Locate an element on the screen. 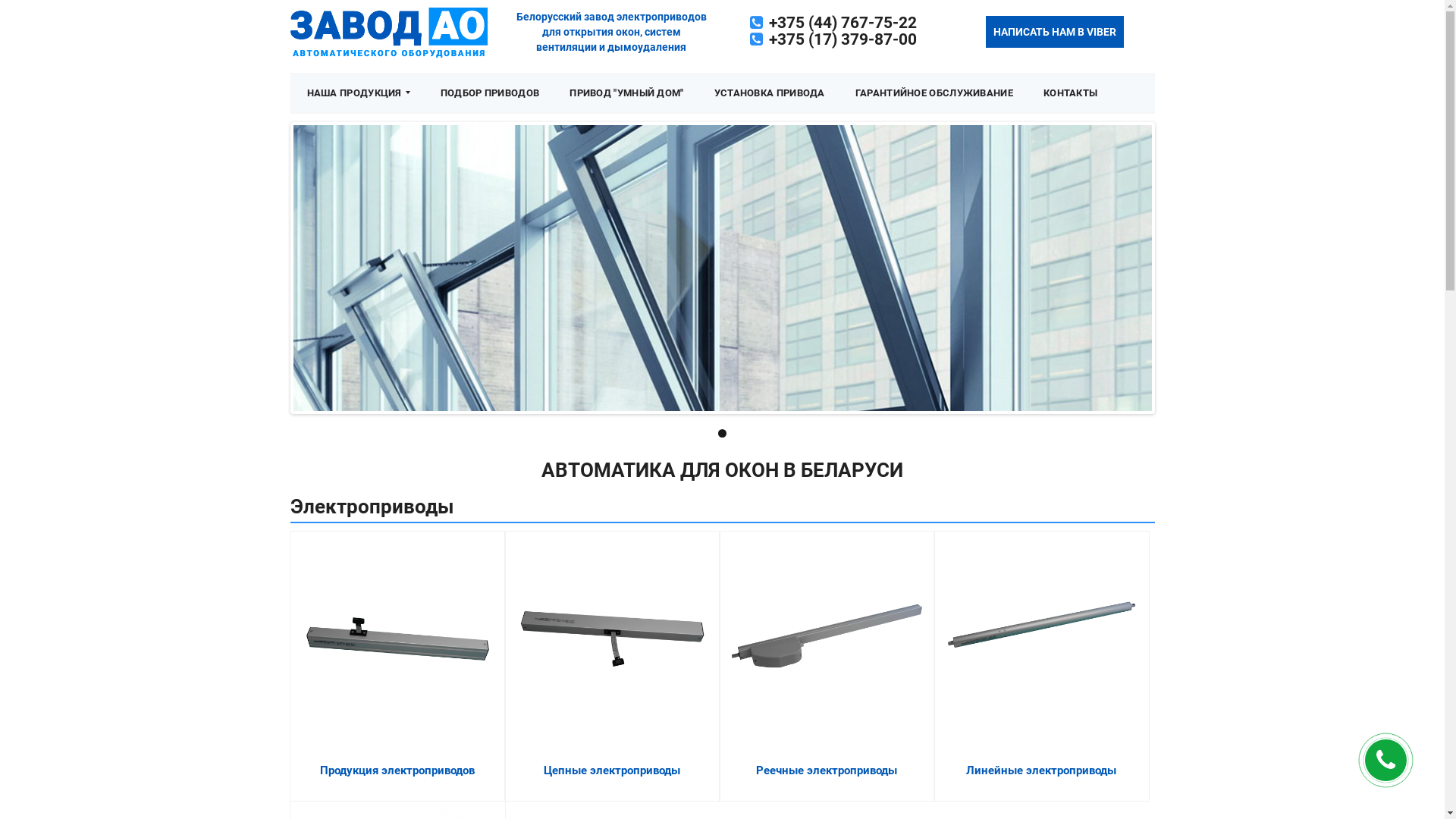 Image resolution: width=1456 pixels, height=819 pixels. '+375 (17) 379-87-00' is located at coordinates (842, 38).